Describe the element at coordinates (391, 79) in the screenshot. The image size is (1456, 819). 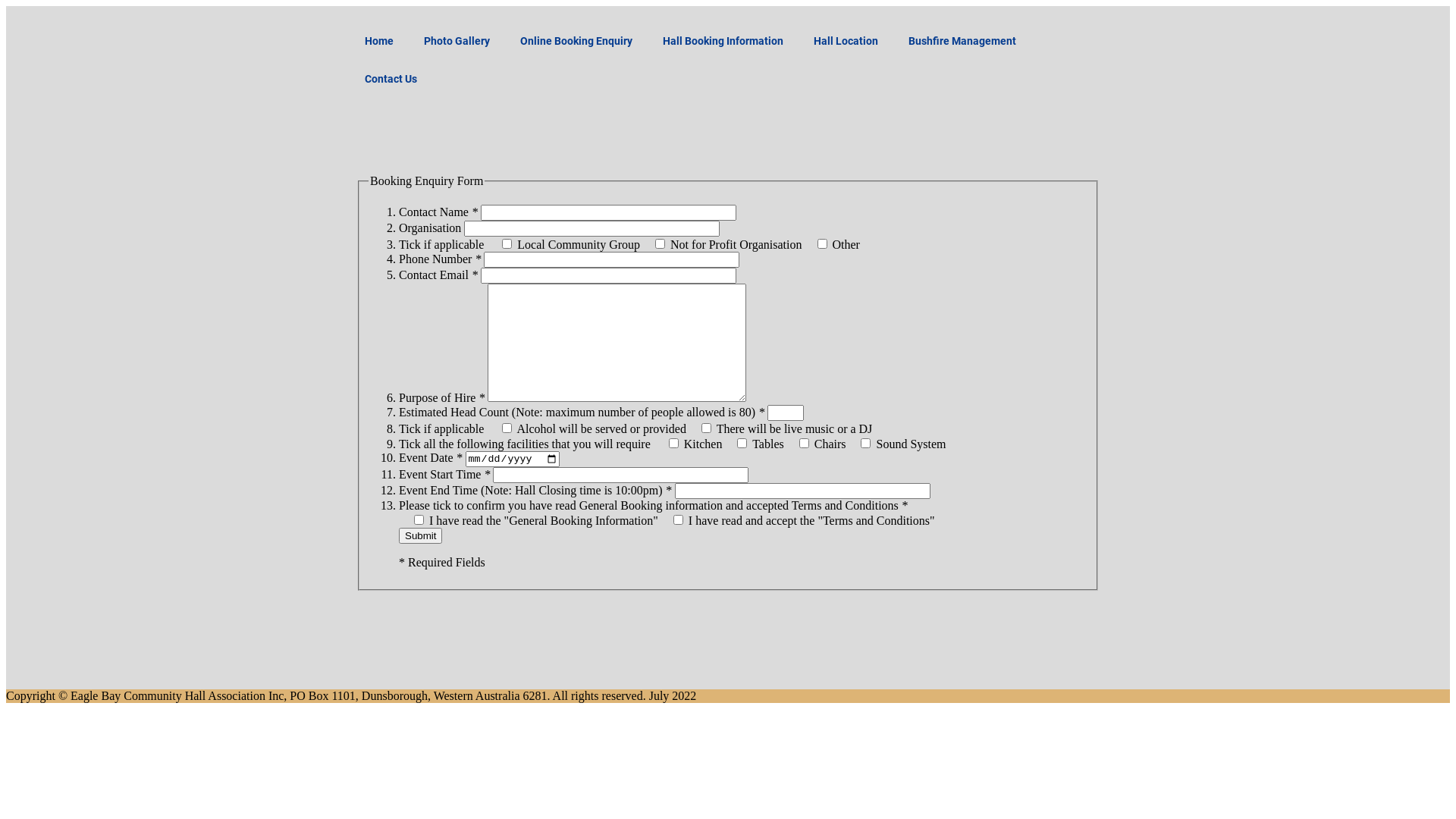
I see `'Contact Us'` at that location.